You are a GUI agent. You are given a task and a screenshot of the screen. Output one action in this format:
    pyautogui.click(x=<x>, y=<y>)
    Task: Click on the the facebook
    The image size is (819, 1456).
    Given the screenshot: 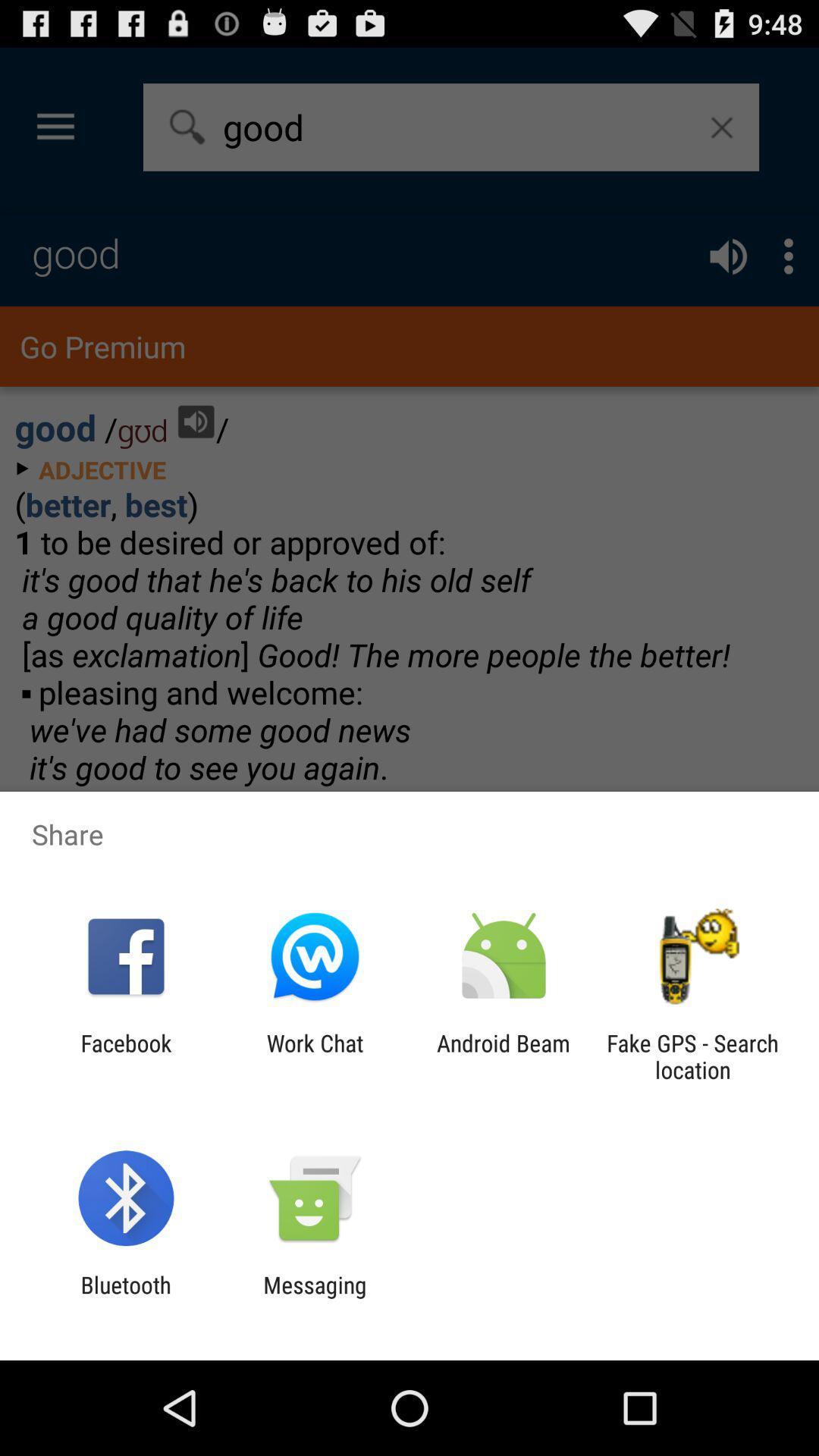 What is the action you would take?
    pyautogui.click(x=125, y=1056)
    